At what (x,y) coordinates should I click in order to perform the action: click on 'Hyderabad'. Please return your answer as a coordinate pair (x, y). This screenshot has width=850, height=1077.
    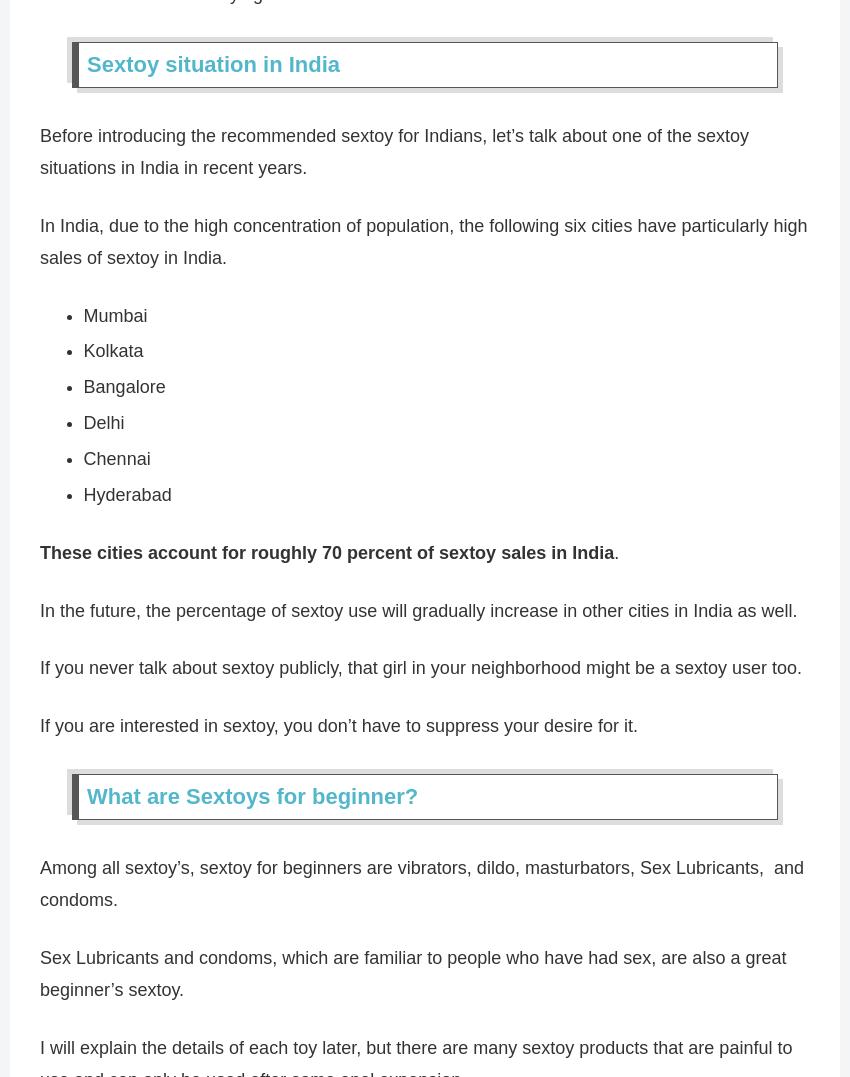
    Looking at the image, I should click on (125, 494).